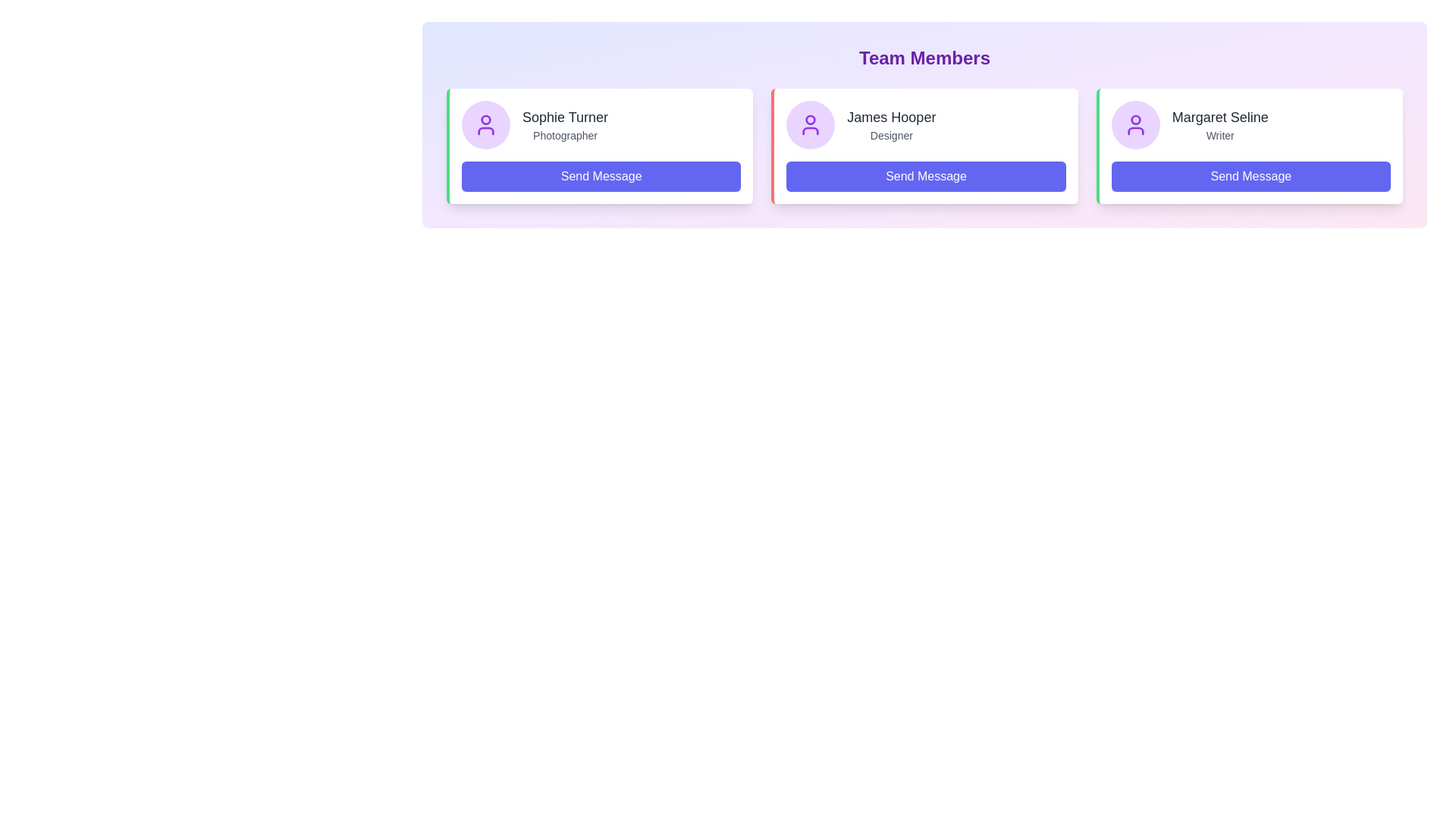 This screenshot has height=819, width=1456. Describe the element at coordinates (810, 124) in the screenshot. I see `the Illustrative Icon representing James Hooper, which is located in the upper-middle section of the profile card labeled 'James Hooper - Designer'` at that location.